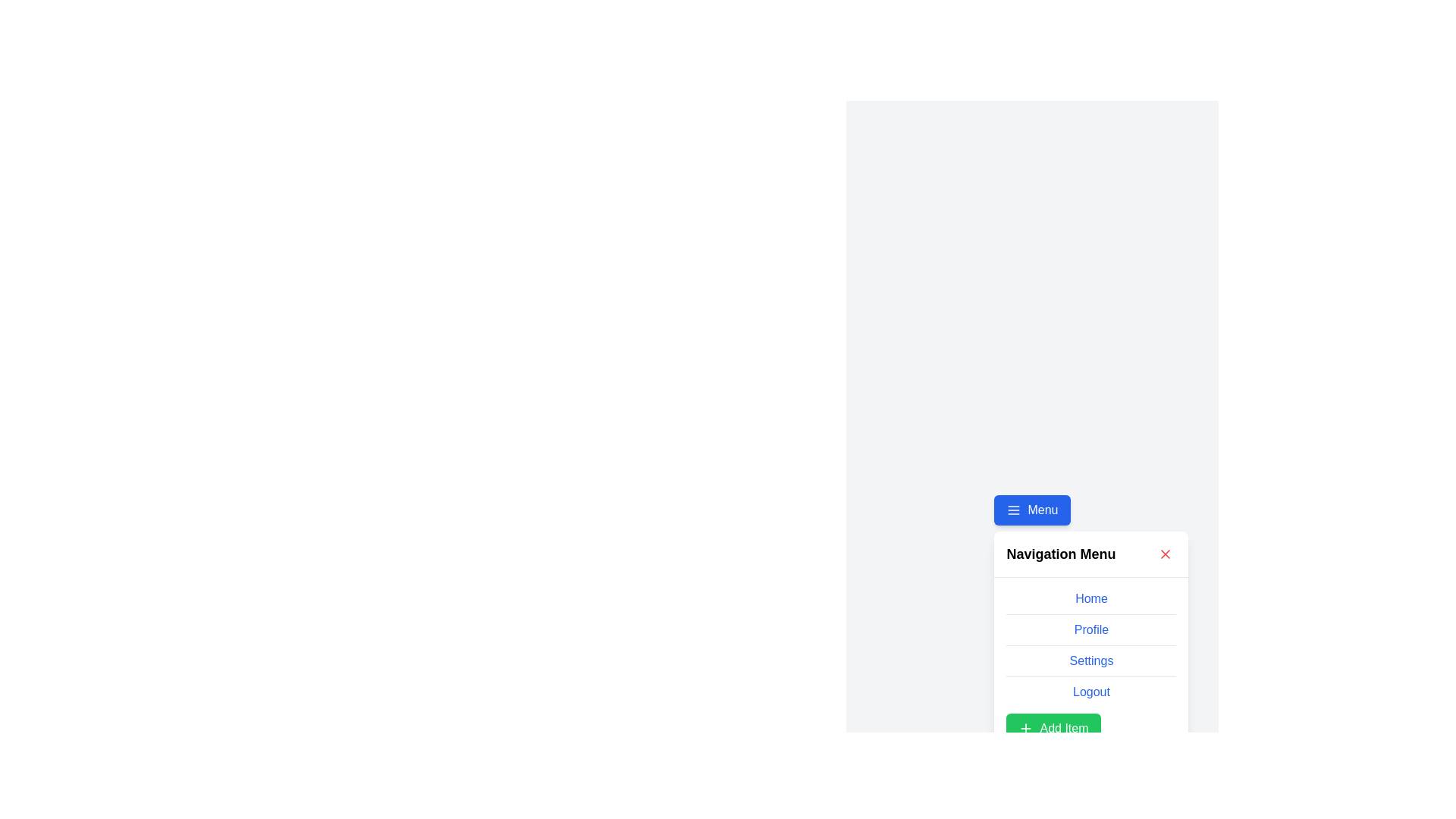 This screenshot has width=1456, height=819. I want to click on the 'Profile' item in the vertical list navigation menu located within the 'Navigation Menu' dropdown, so click(1090, 645).